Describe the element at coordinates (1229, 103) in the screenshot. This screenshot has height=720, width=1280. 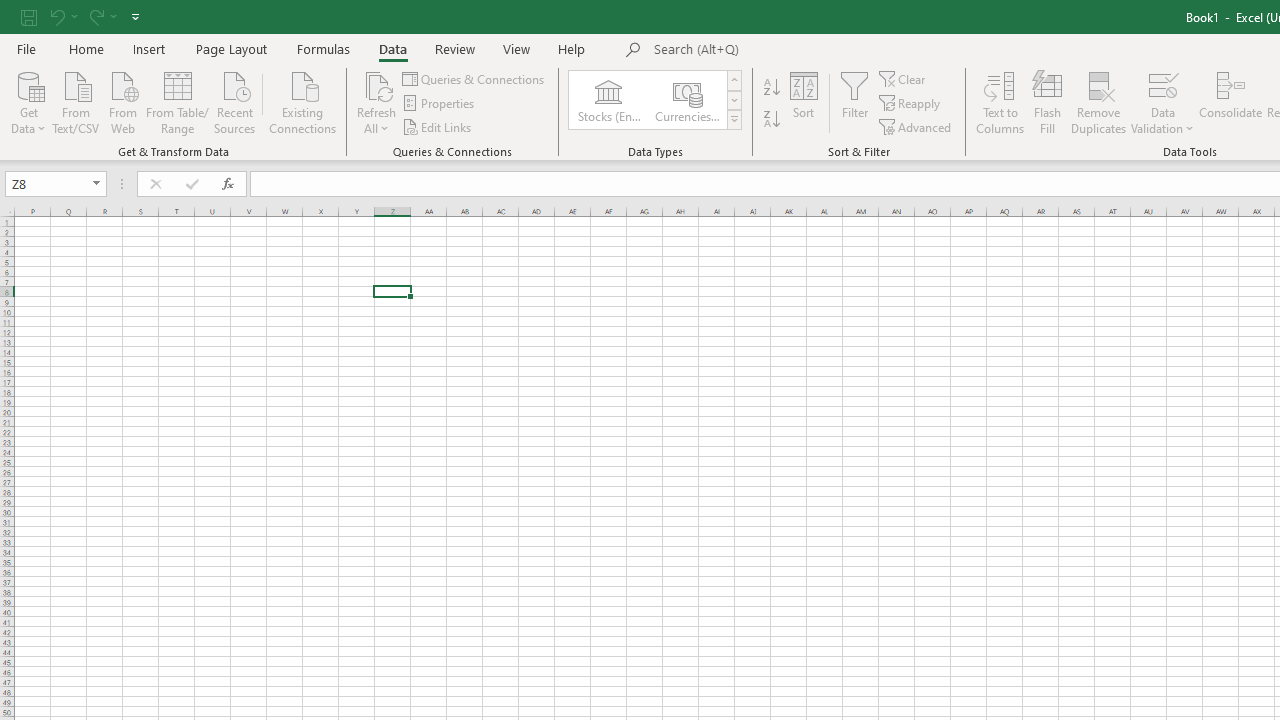
I see `'Consolidate...'` at that location.